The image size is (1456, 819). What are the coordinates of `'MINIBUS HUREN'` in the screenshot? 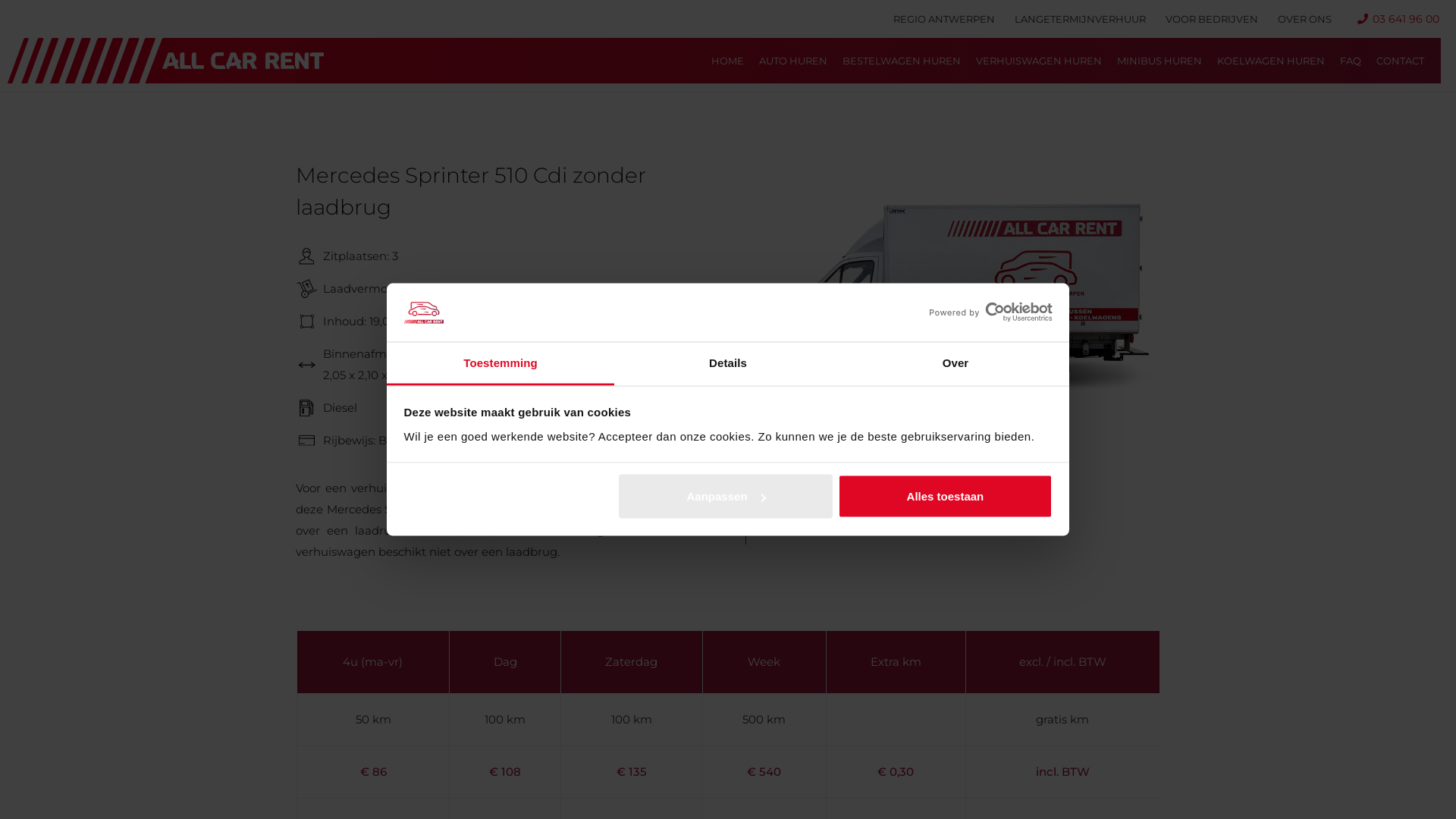 It's located at (1159, 60).